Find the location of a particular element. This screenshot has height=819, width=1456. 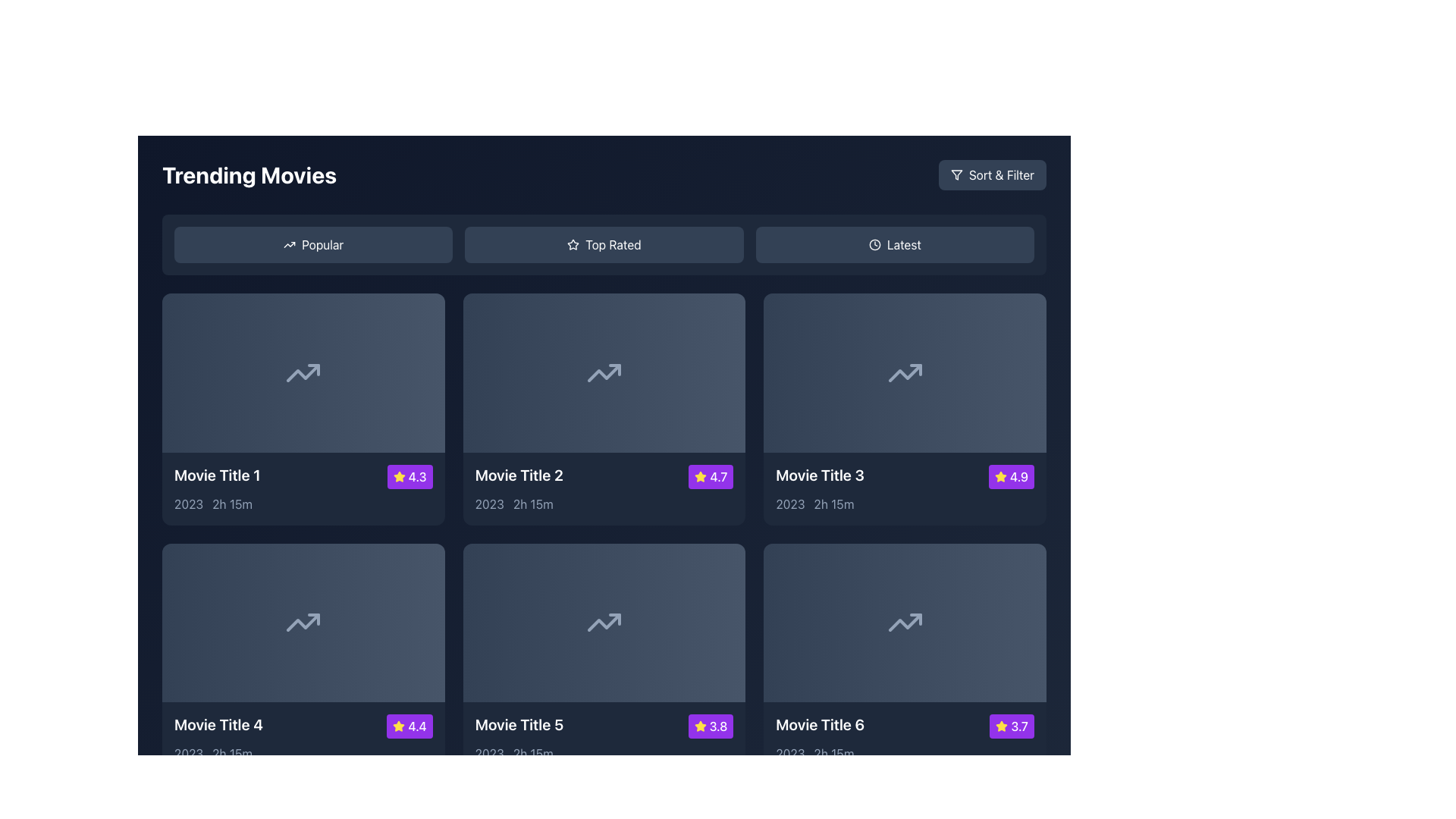

the star-shaped icon with a yellow background and purple border is located at coordinates (1002, 725).